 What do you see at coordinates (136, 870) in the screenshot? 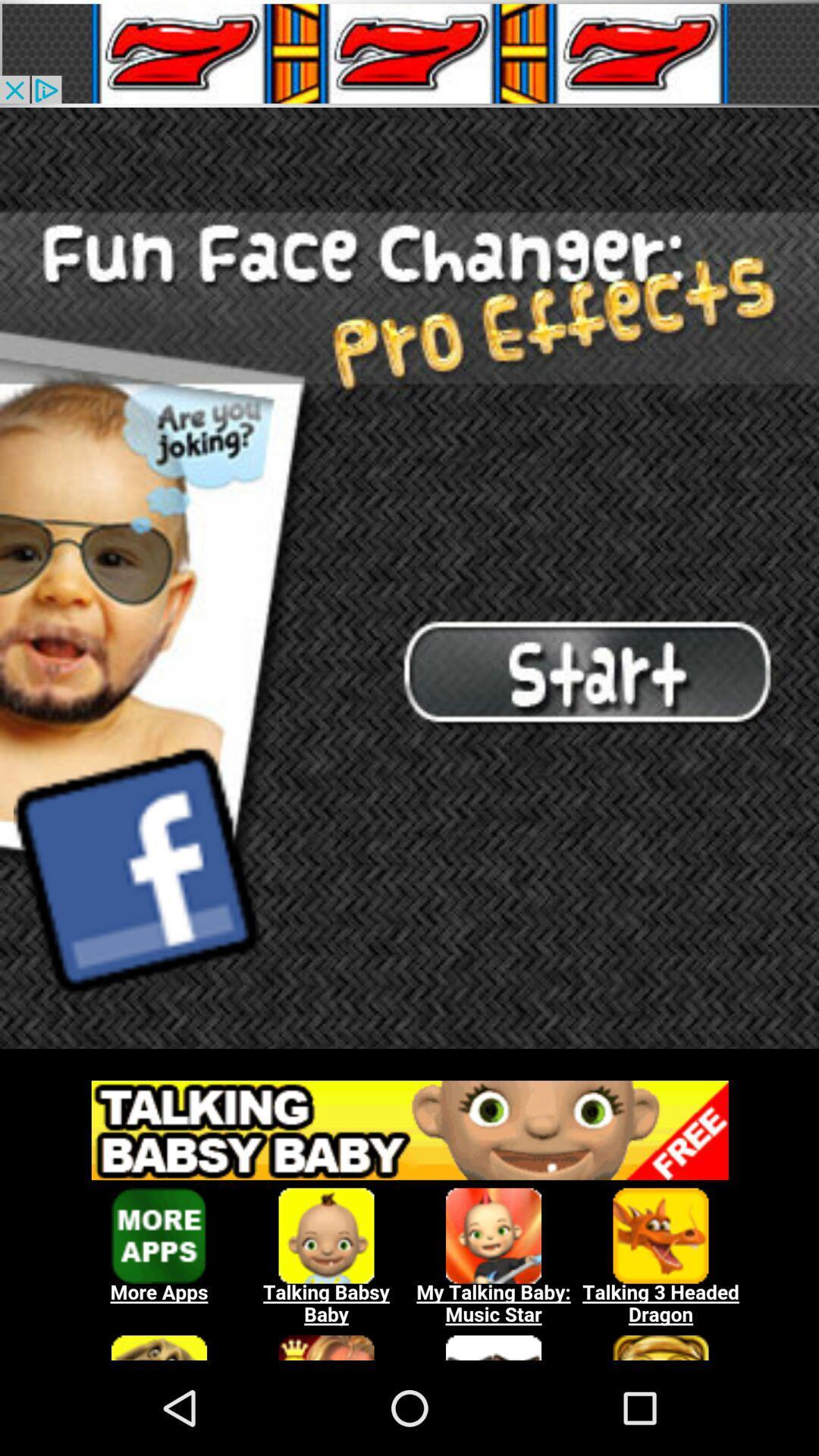
I see `visit facebook` at bounding box center [136, 870].